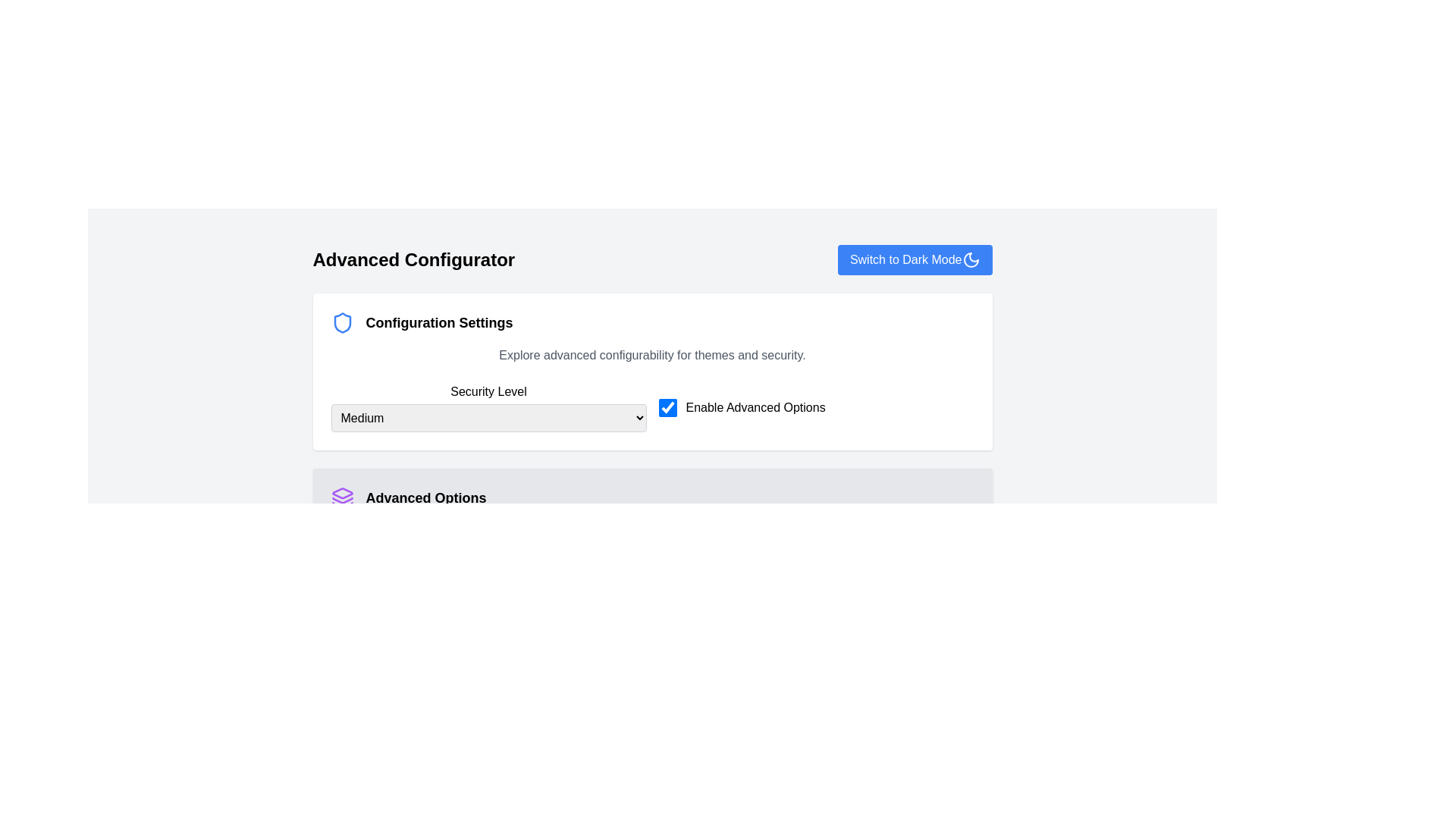 This screenshot has width=1456, height=819. Describe the element at coordinates (667, 406) in the screenshot. I see `the blue square-shaped checkbox with a white checkmark` at that location.